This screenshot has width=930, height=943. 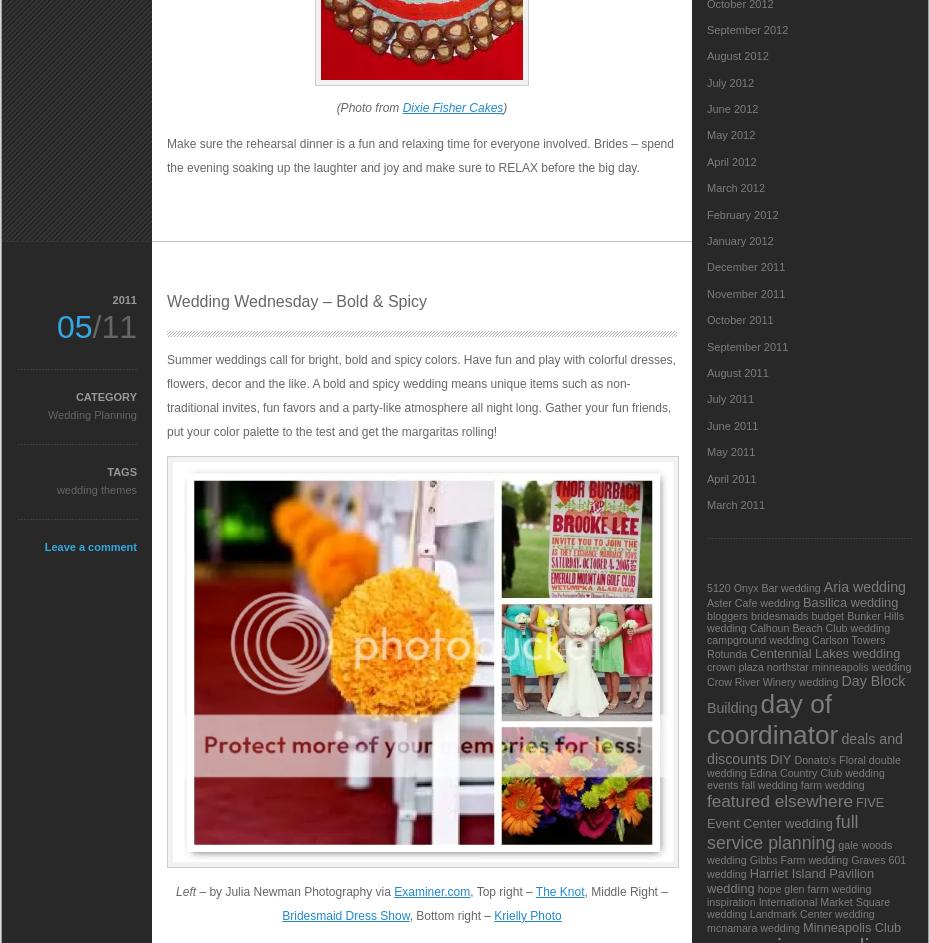 I want to click on 'crown plaza northstar minneapolis wedding', so click(x=808, y=666).